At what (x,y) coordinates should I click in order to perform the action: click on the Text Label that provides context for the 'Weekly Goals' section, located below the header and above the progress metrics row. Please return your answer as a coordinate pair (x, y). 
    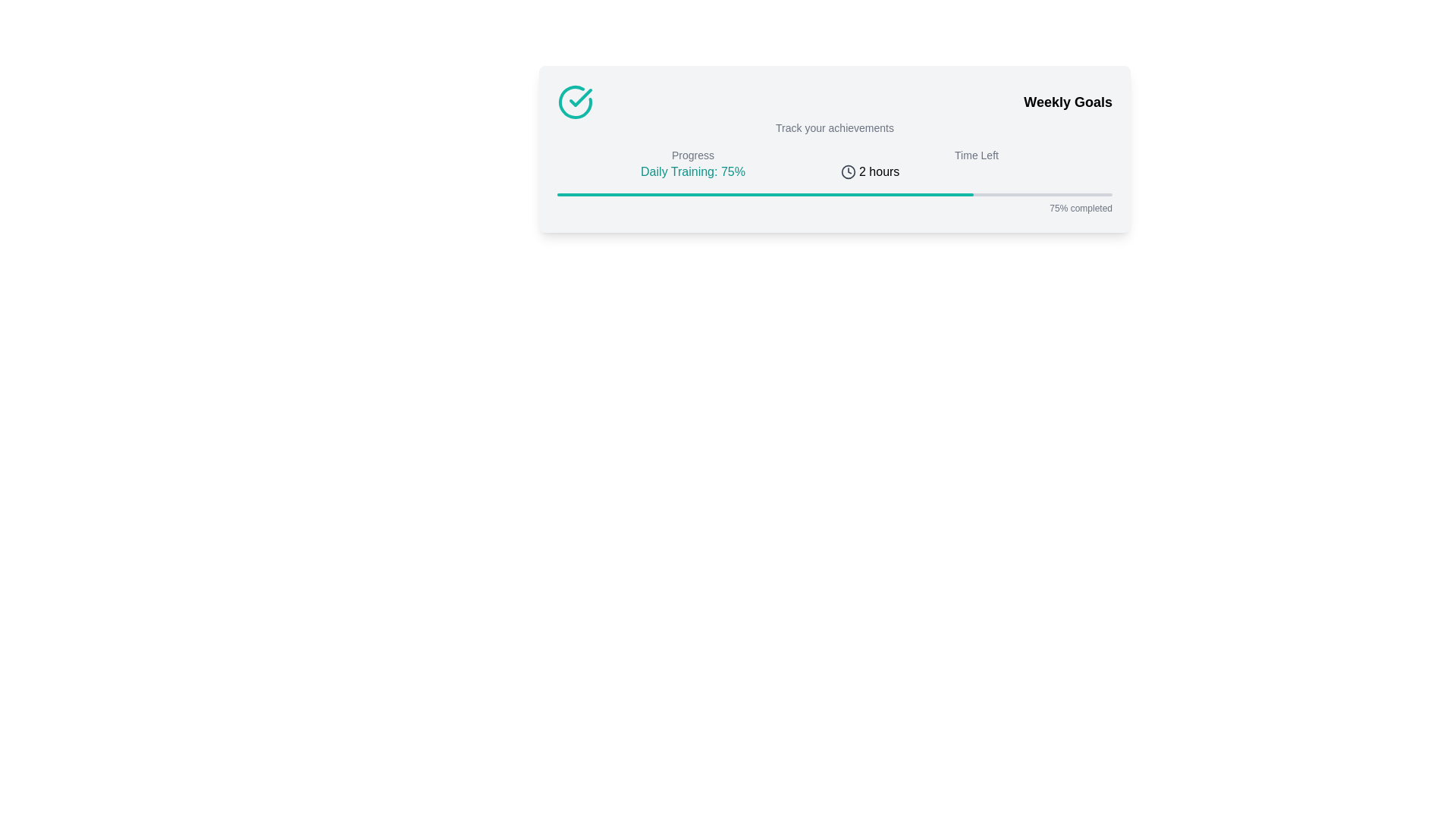
    Looking at the image, I should click on (833, 127).